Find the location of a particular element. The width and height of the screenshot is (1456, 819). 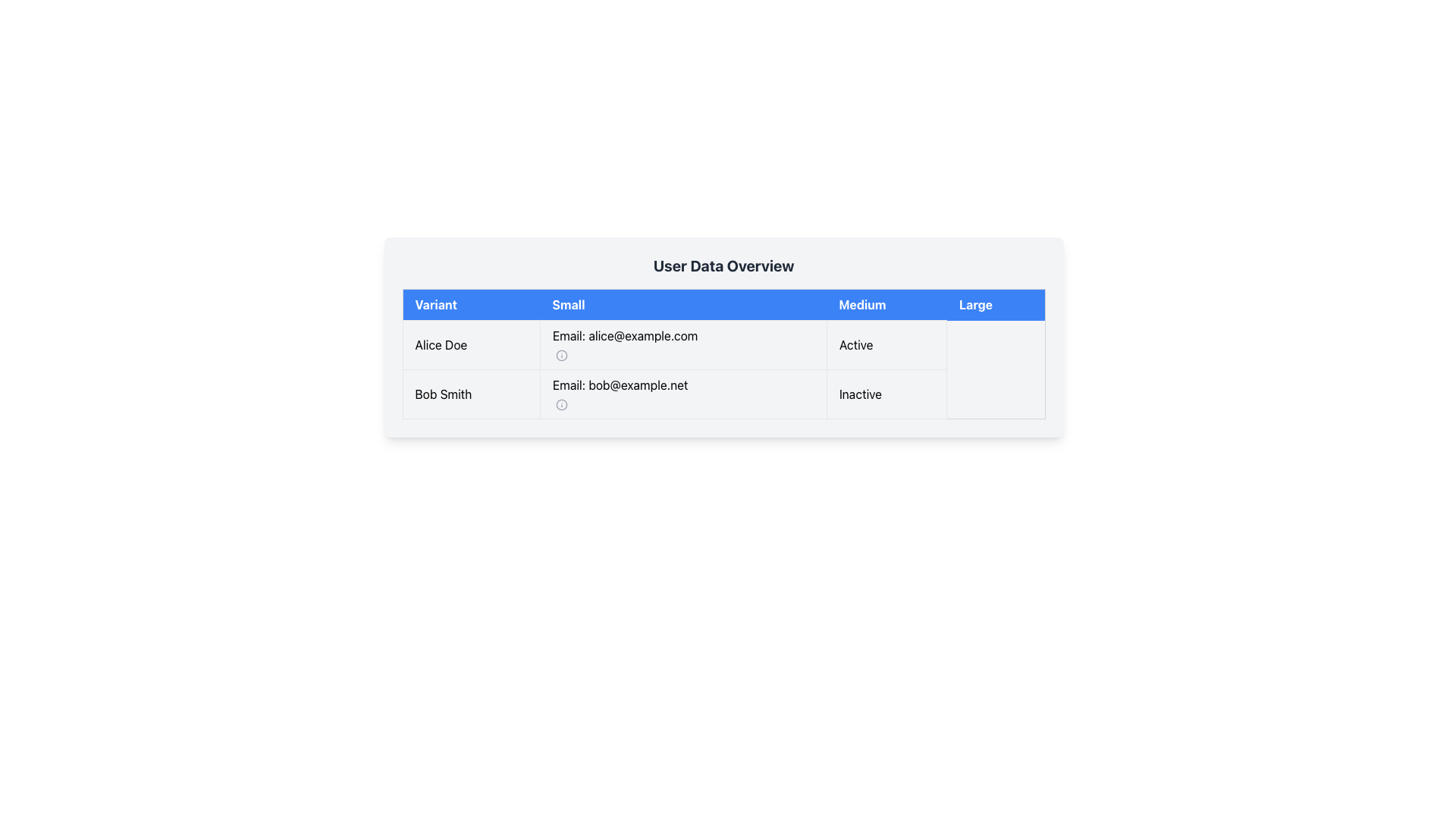

the static text label displaying the email address associated with 'Bob Smith' in the second row under the 'Small' column in the table is located at coordinates (682, 384).